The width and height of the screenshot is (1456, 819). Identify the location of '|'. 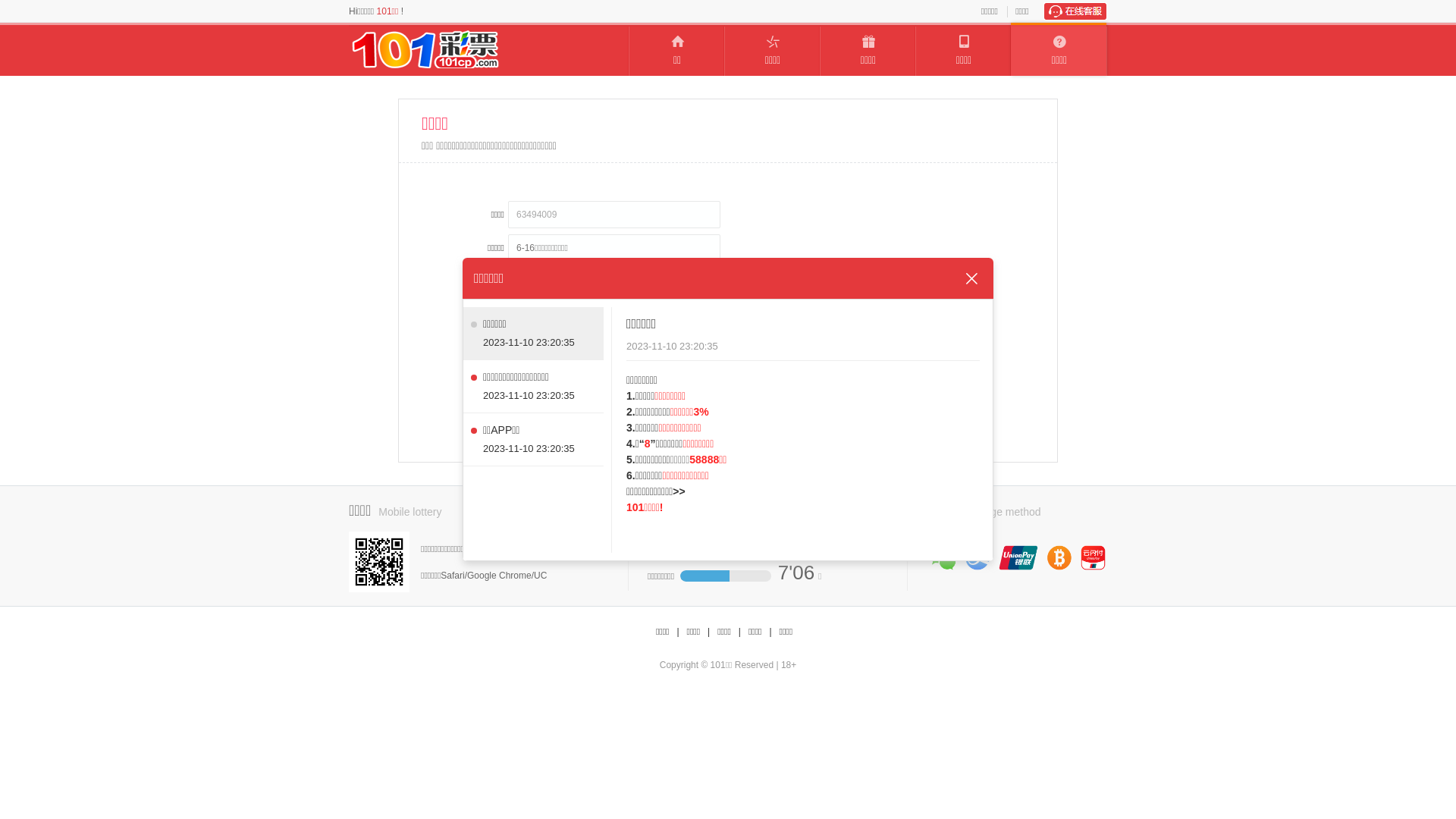
(706, 632).